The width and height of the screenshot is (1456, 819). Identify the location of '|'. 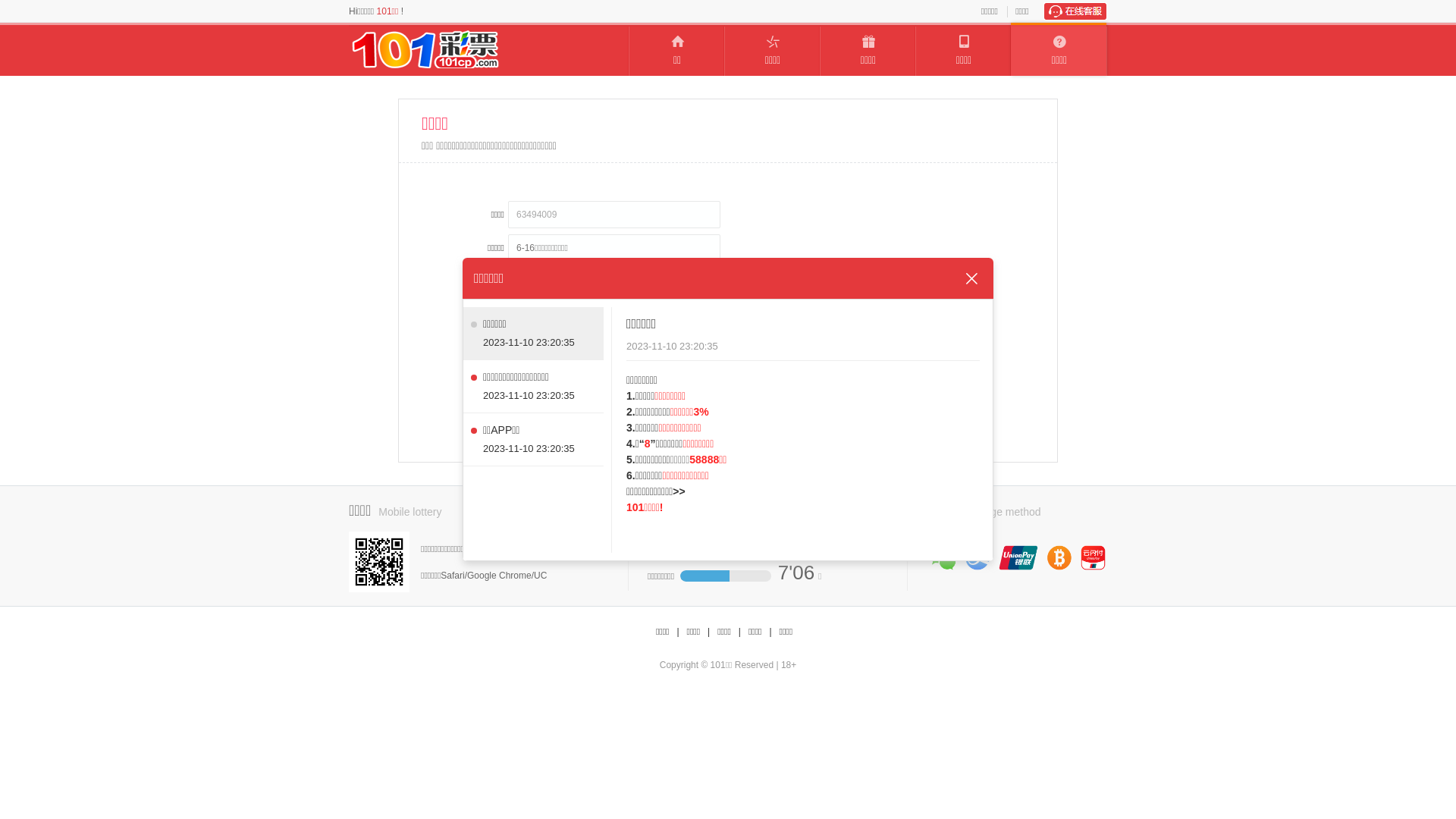
(706, 632).